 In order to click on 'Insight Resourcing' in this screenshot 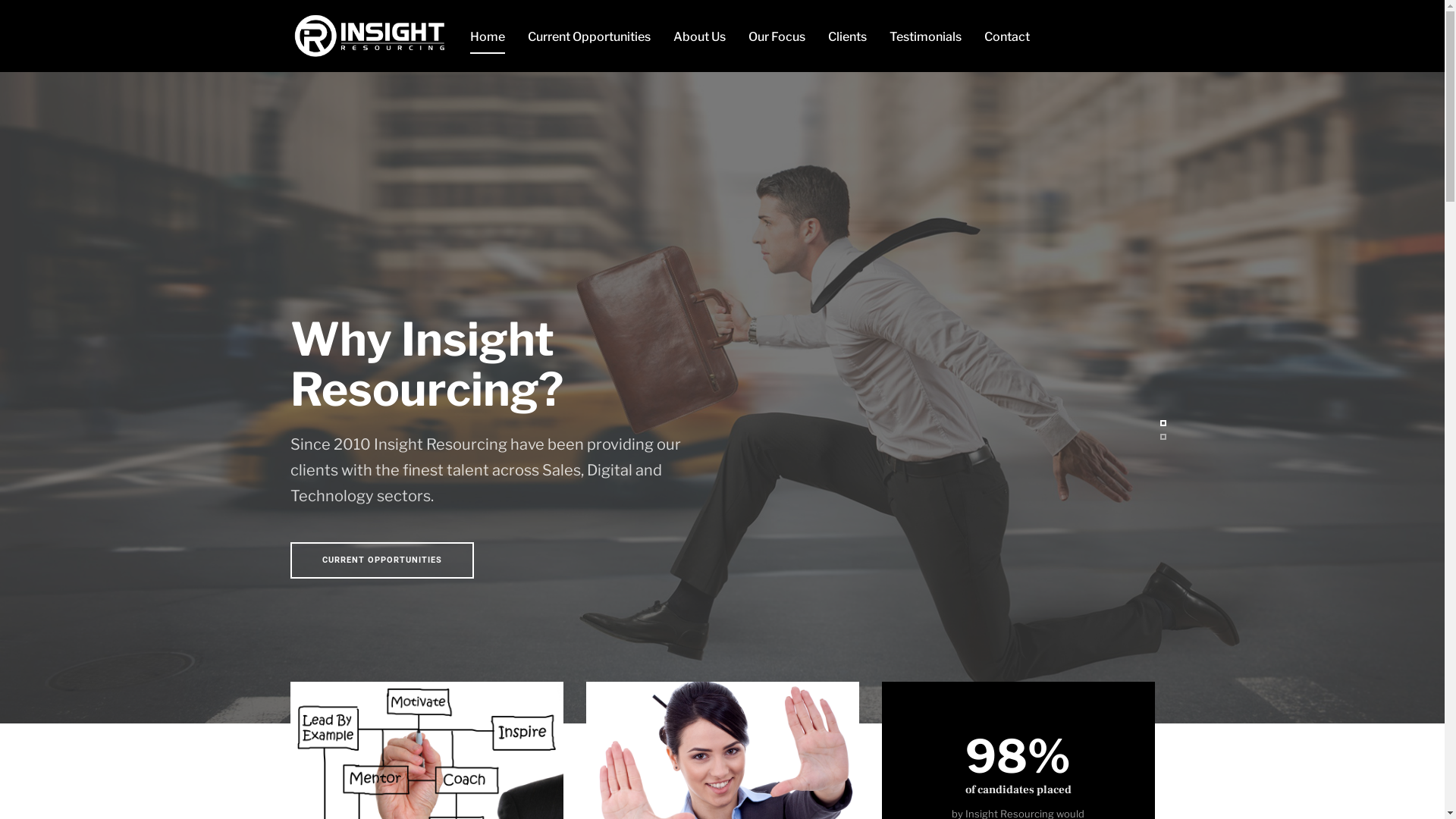, I will do `click(368, 35)`.